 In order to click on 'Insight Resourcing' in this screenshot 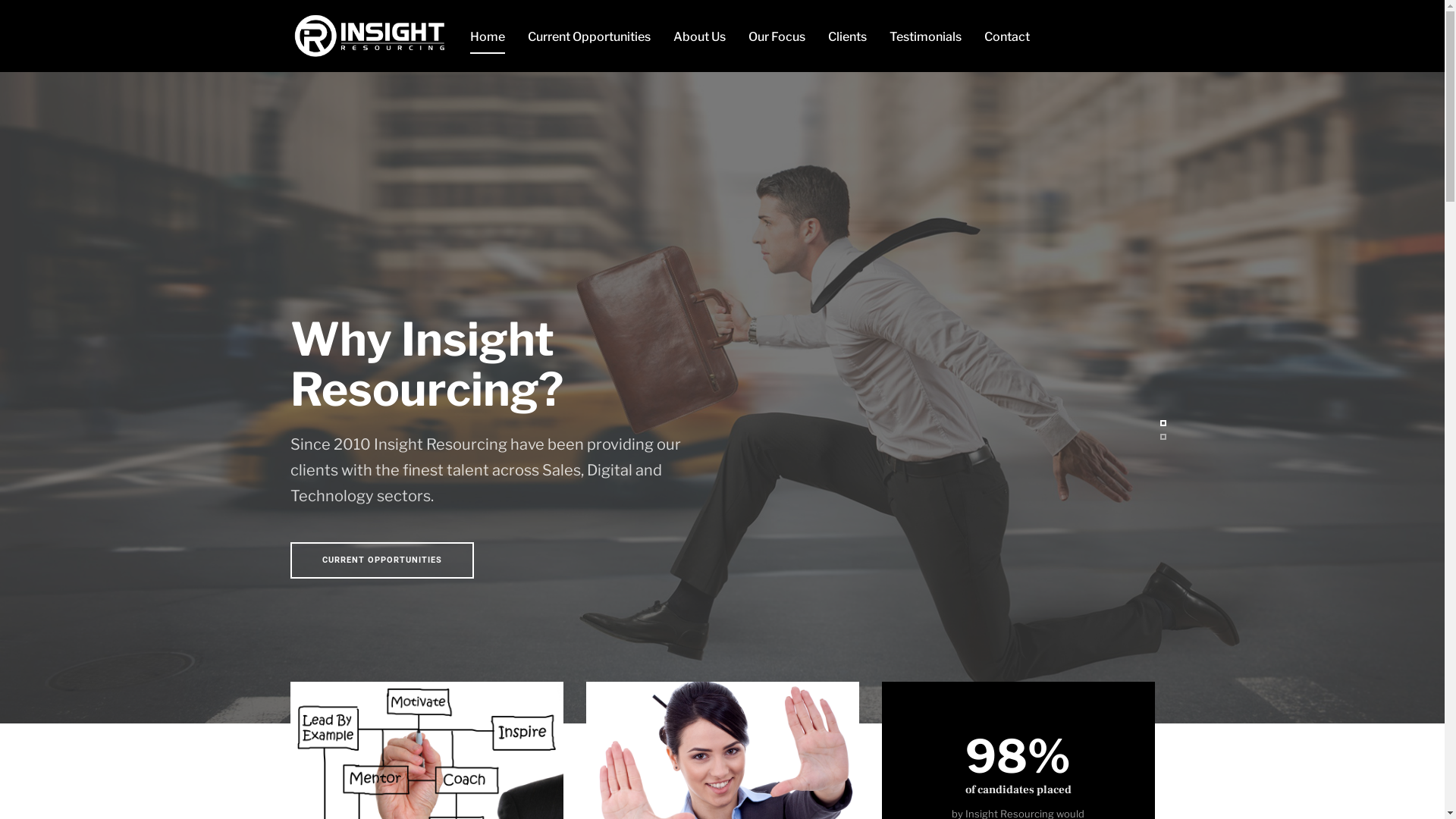, I will do `click(368, 35)`.